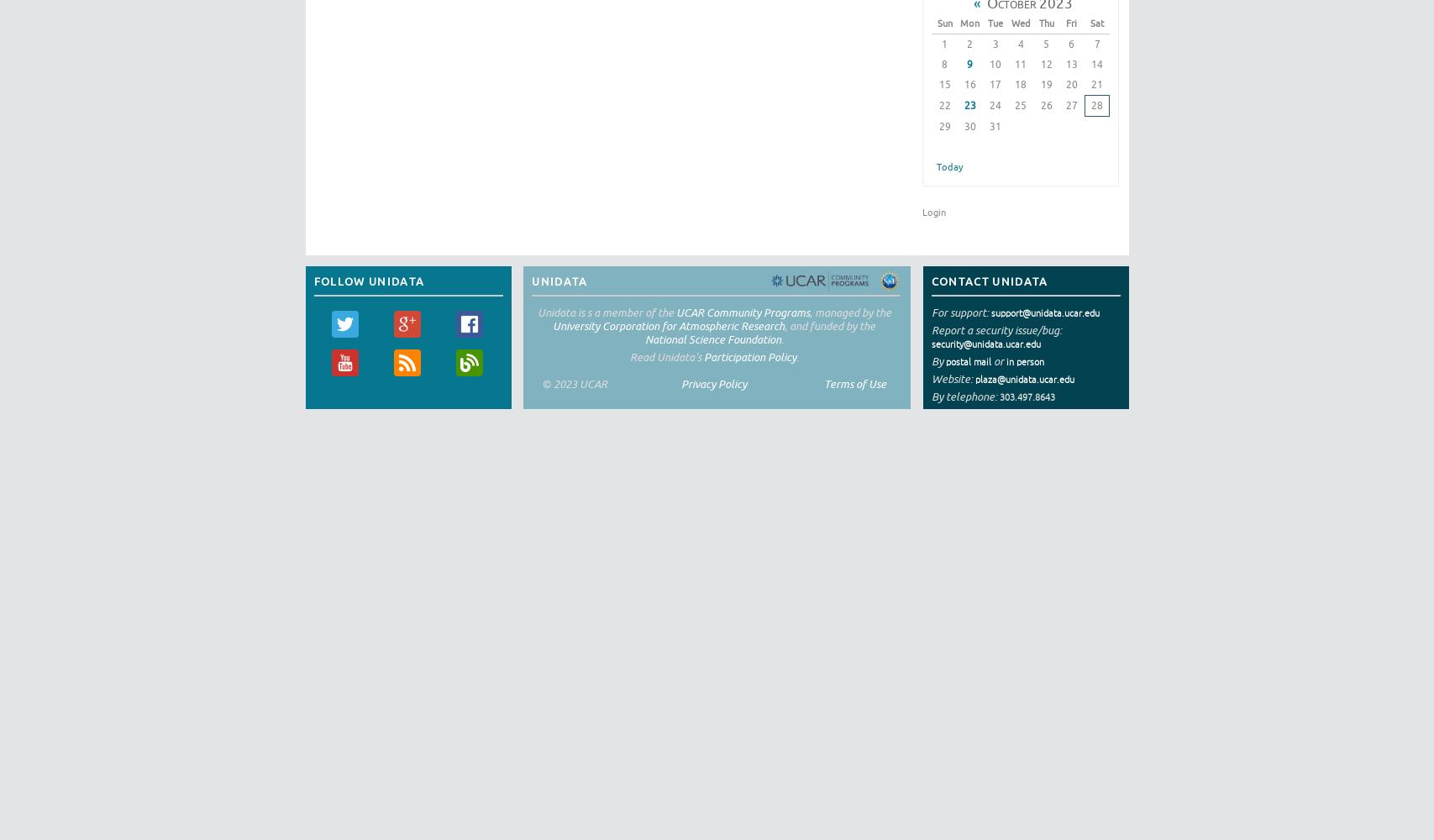  I want to click on '25', so click(1020, 103).